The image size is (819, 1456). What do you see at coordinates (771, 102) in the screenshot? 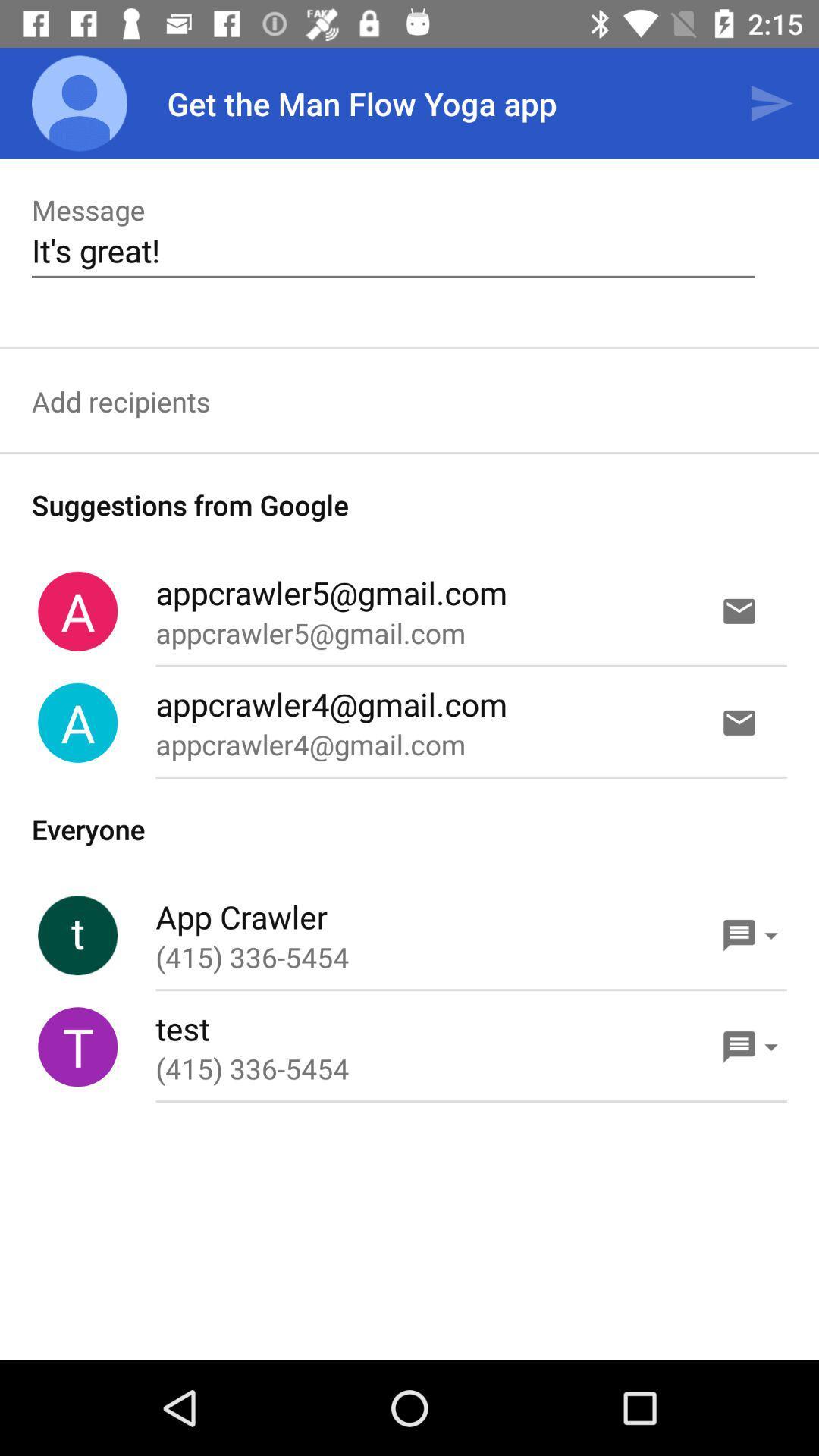
I see `the icon above it's great! item` at bounding box center [771, 102].